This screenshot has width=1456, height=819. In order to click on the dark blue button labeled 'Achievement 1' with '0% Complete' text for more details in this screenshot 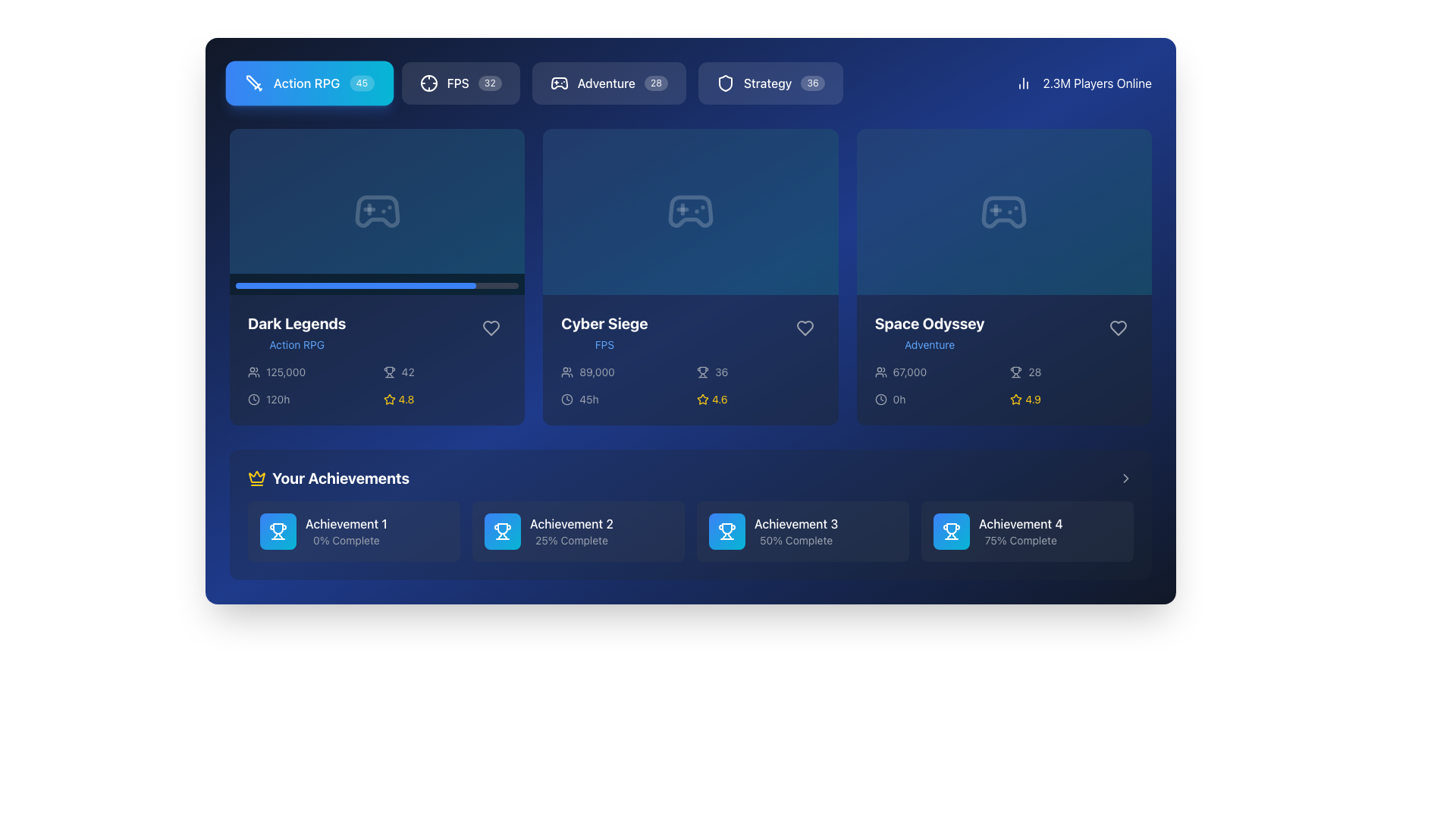, I will do `click(353, 531)`.